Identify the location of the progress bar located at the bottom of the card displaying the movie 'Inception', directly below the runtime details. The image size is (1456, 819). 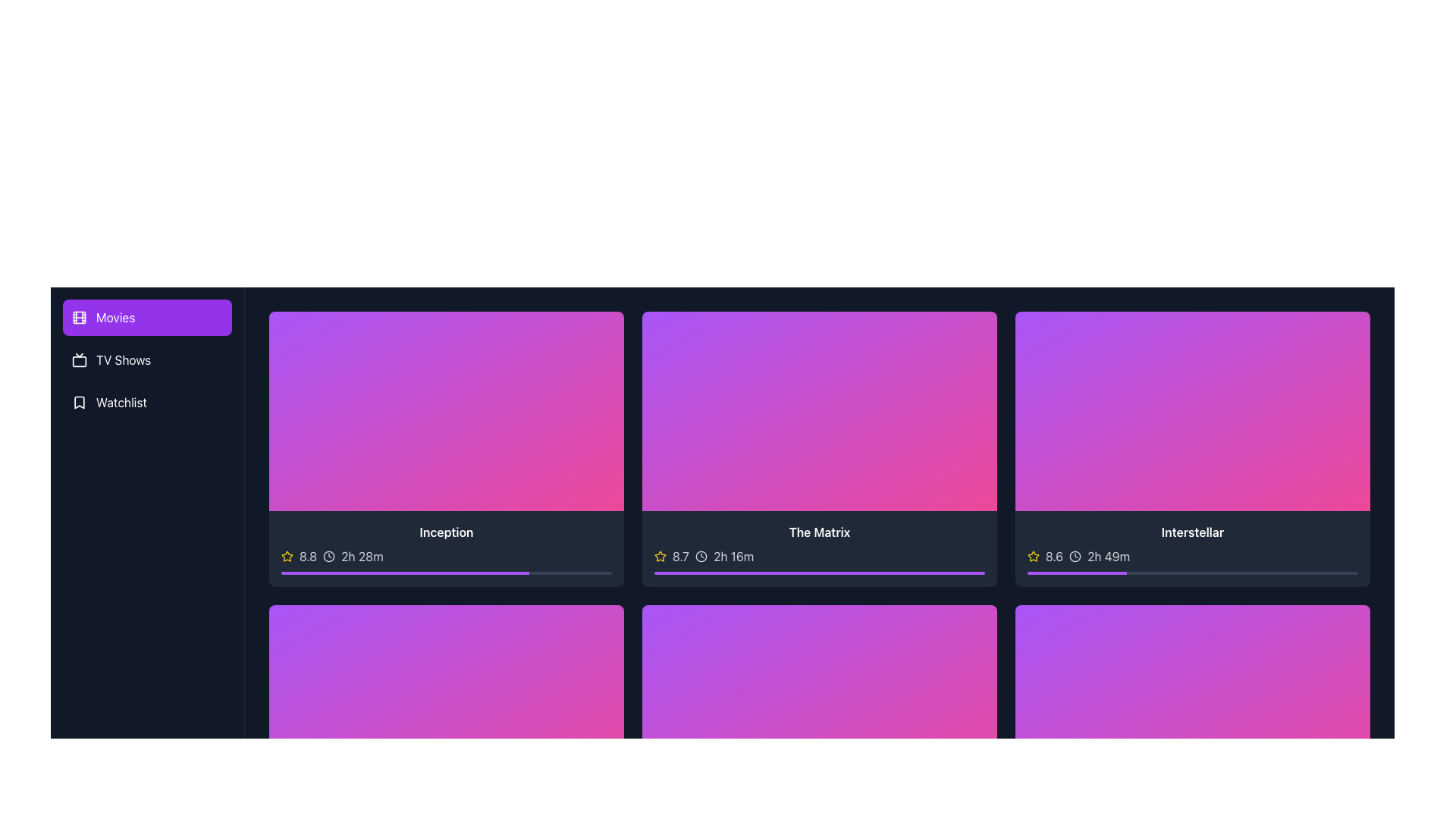
(446, 573).